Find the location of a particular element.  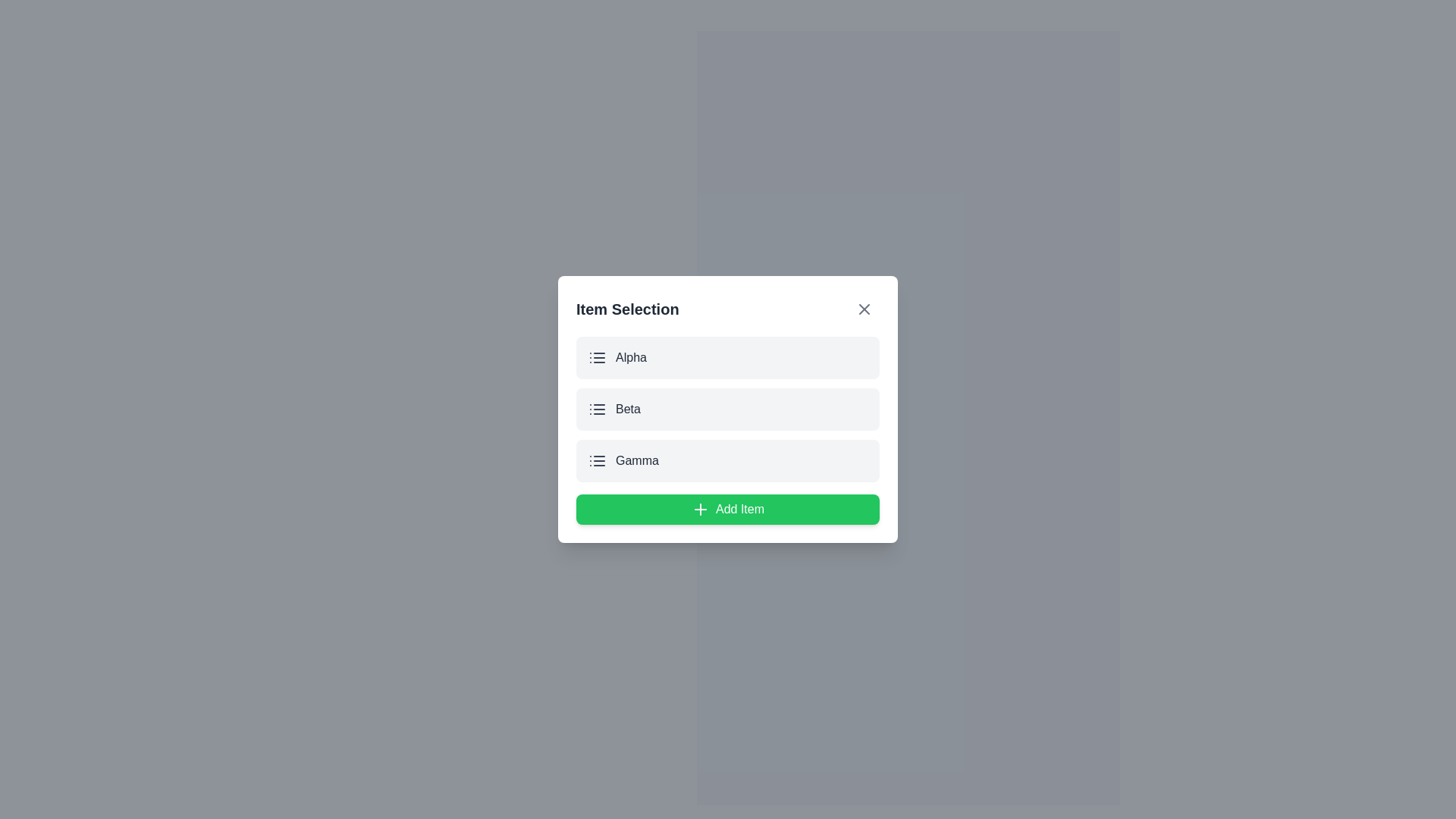

the list item Beta is located at coordinates (728, 409).